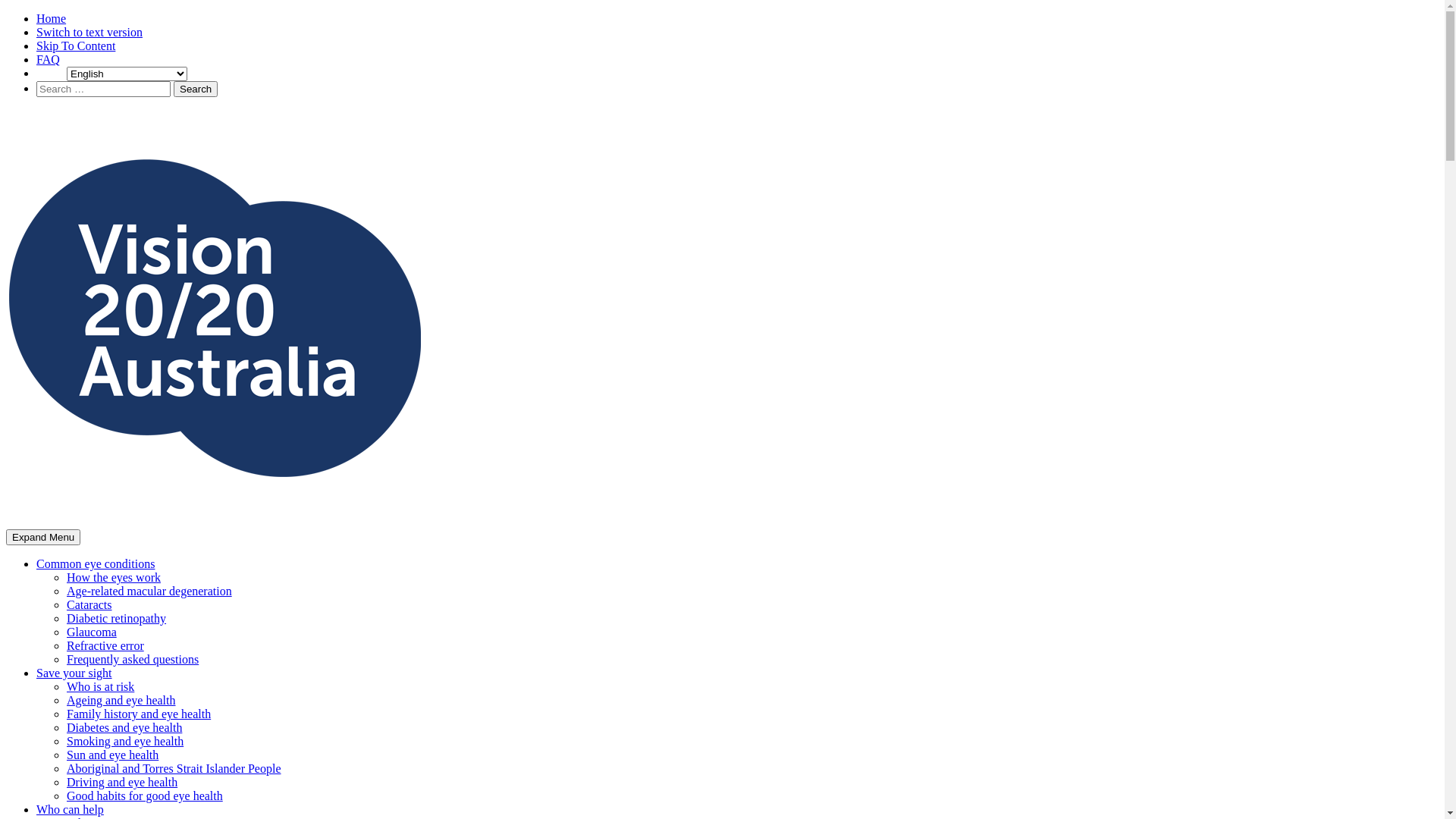 The image size is (1456, 819). I want to click on 'Expand Menu', so click(6, 536).